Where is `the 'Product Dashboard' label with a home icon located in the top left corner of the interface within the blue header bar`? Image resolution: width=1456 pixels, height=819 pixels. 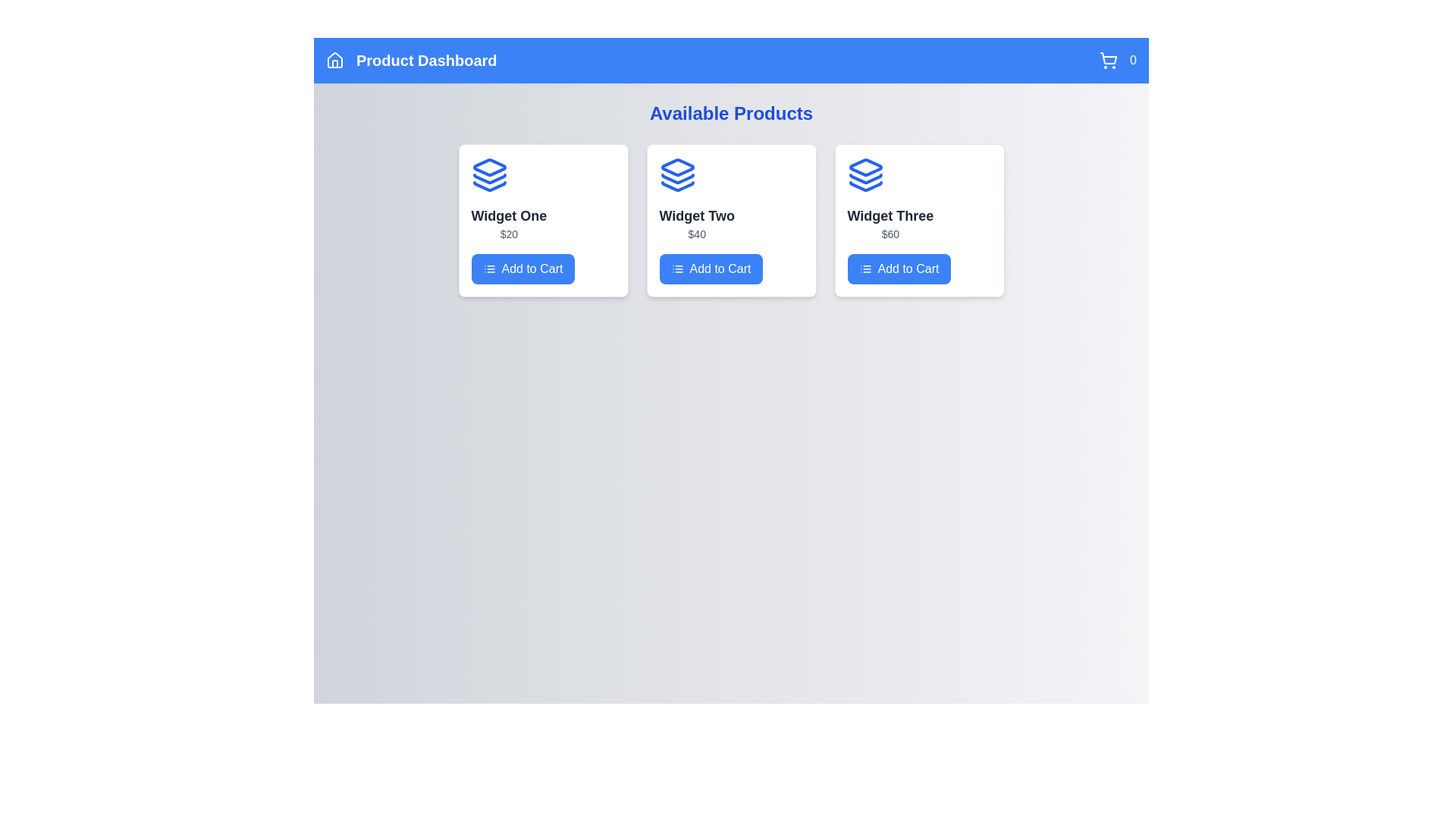
the 'Product Dashboard' label with a home icon located in the top left corner of the interface within the blue header bar is located at coordinates (411, 60).